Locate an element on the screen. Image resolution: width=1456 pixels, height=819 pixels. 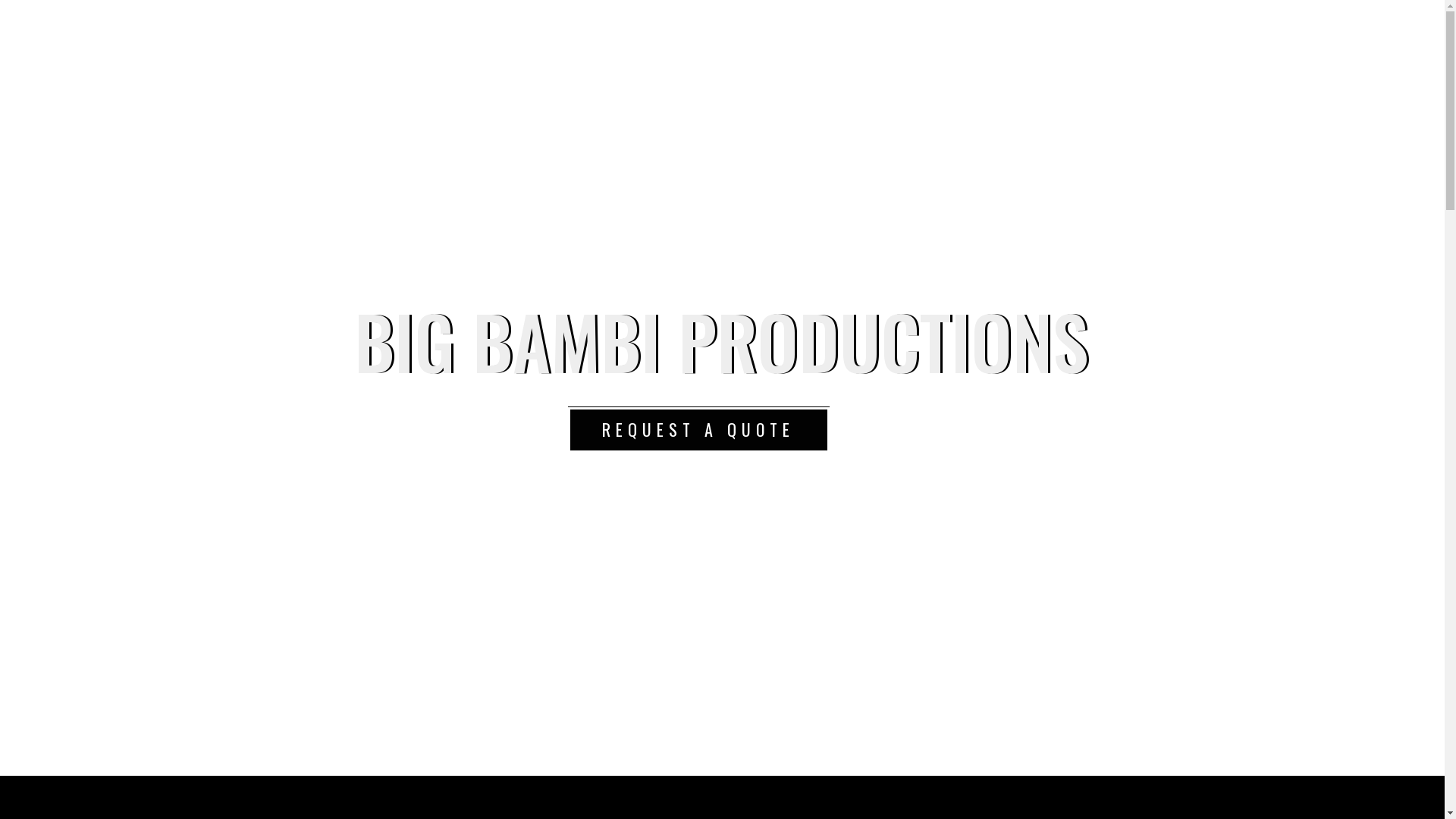
'REQUEST A QUOTE' is located at coordinates (697, 430).